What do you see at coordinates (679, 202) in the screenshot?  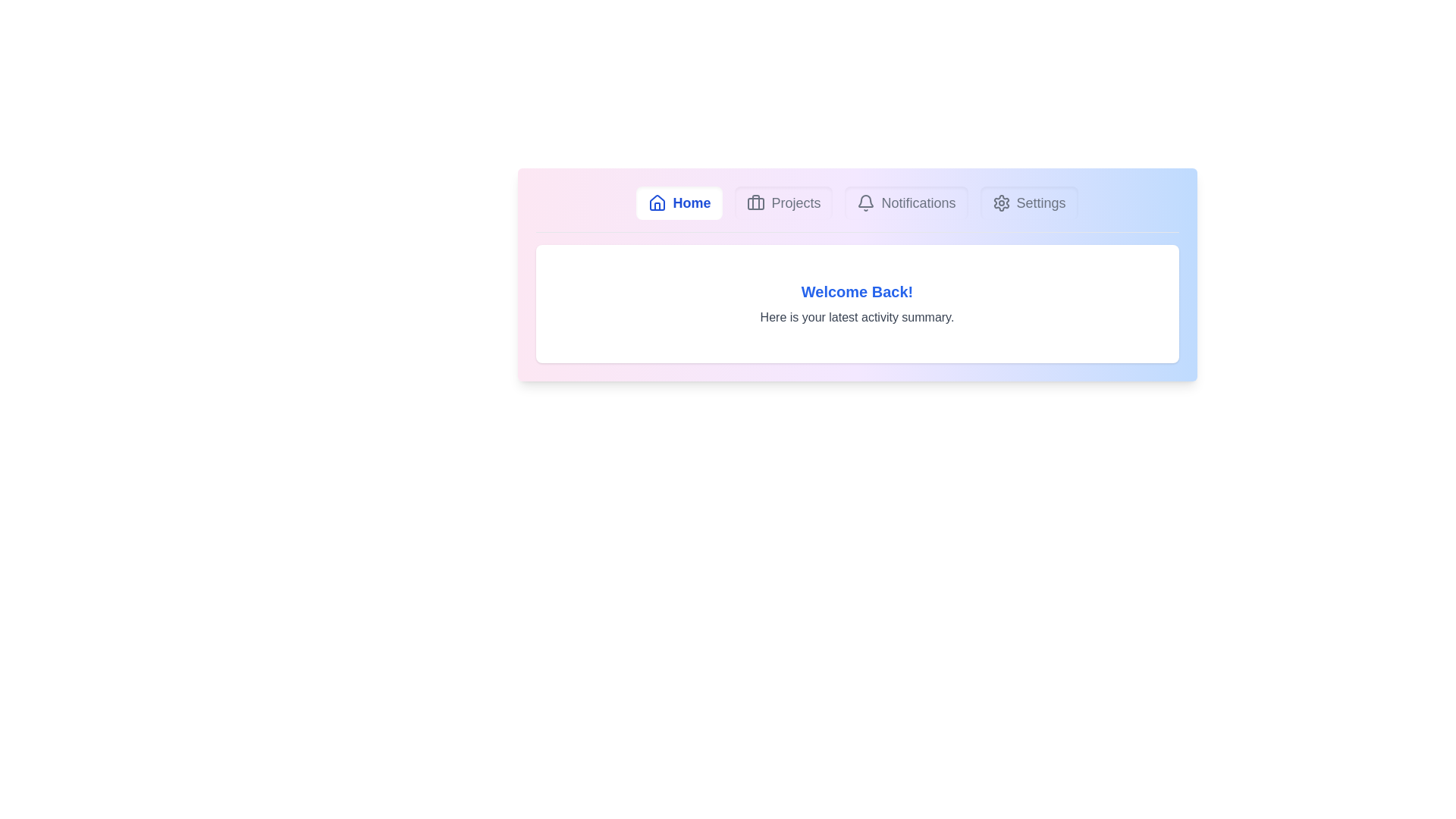 I see `the Home tab to switch to its content` at bounding box center [679, 202].